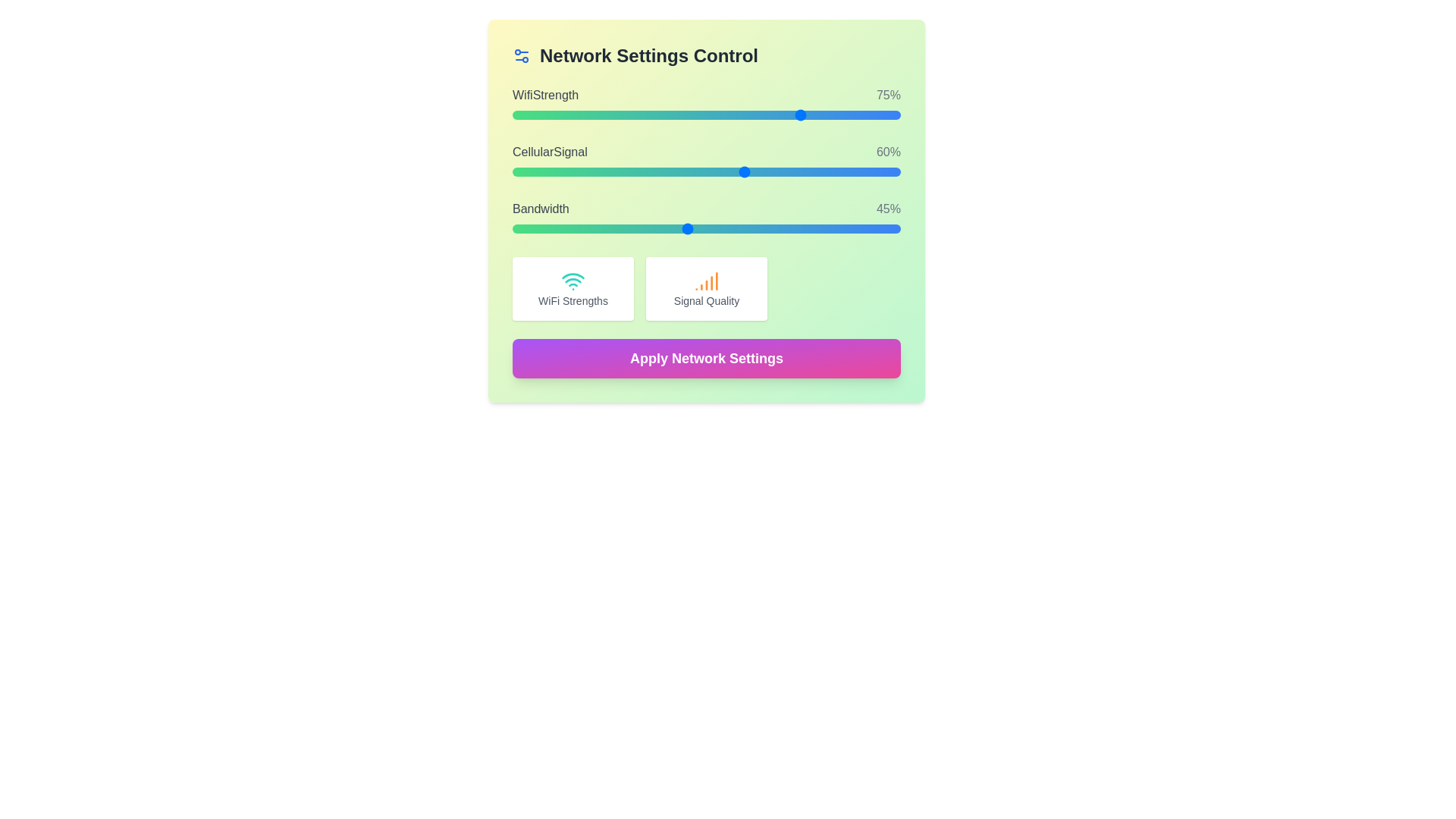  Describe the element at coordinates (578, 114) in the screenshot. I see `WiFi strength` at that location.